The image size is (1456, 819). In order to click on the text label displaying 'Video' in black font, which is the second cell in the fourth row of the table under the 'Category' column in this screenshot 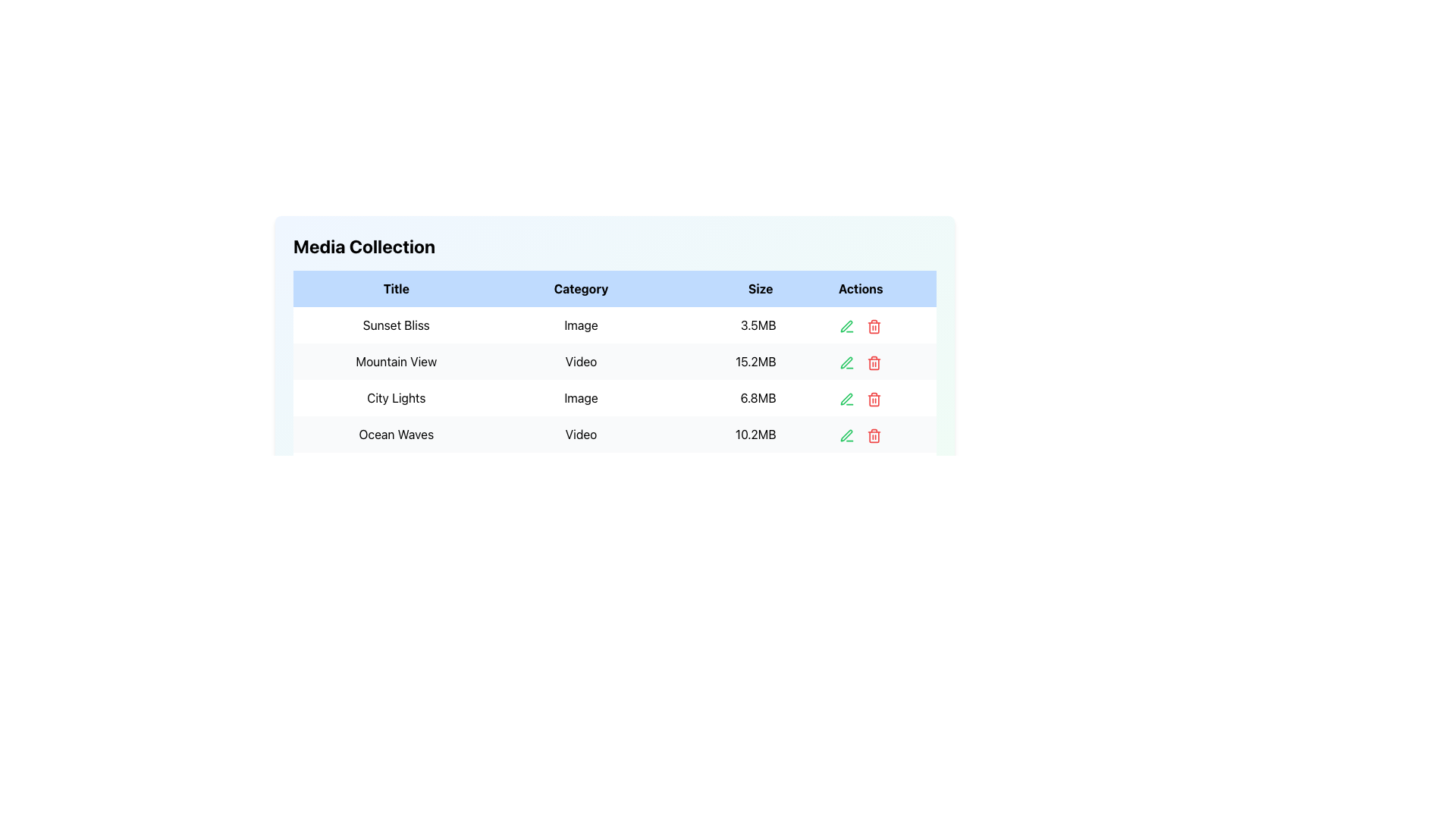, I will do `click(580, 435)`.